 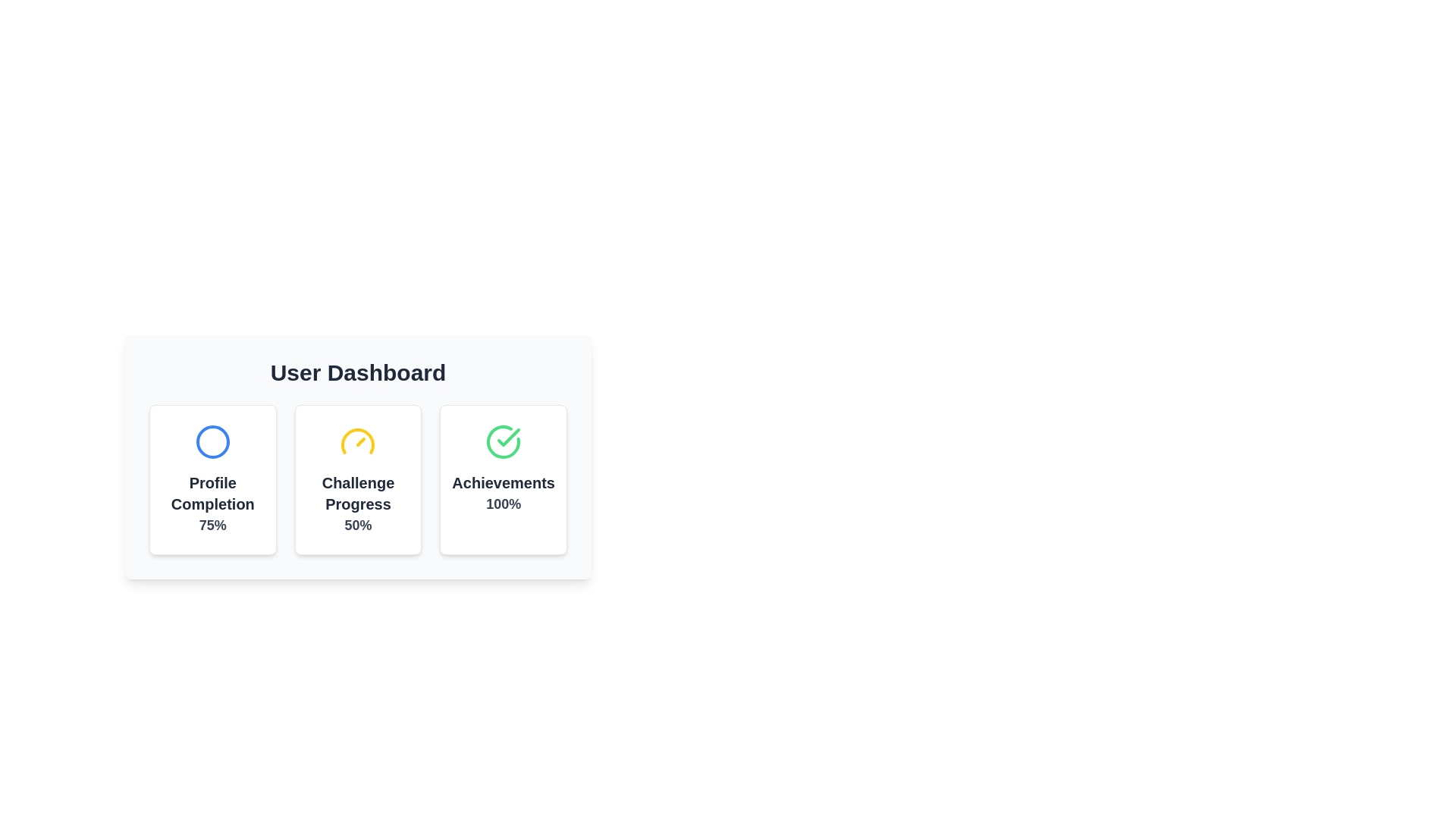 I want to click on completion rate displayed as '75%' in a bold, large font with dark grey color, located centrally beneath the 'Profile Completion' text, so click(x=212, y=525).